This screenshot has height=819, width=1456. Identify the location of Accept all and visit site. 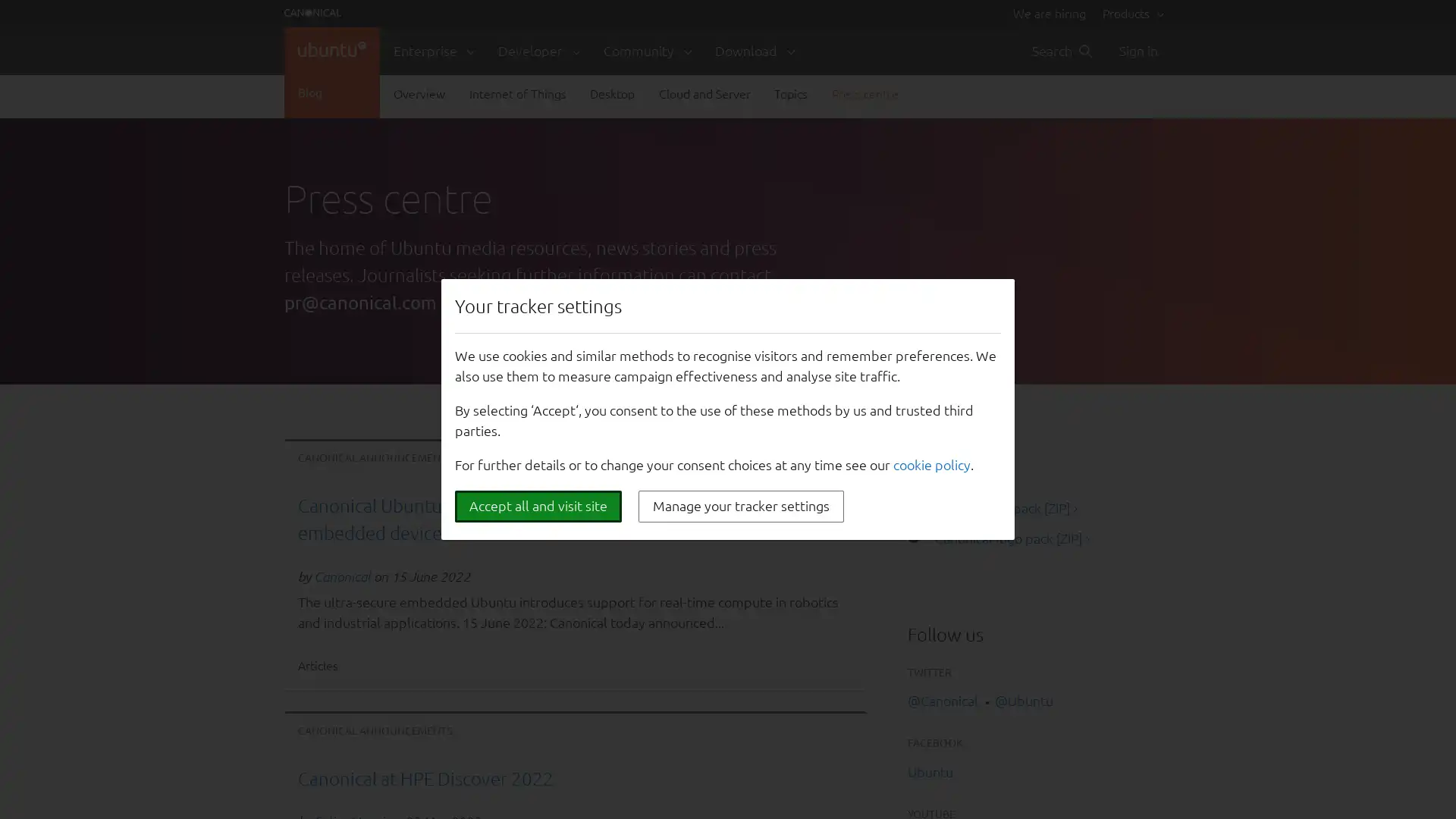
(538, 506).